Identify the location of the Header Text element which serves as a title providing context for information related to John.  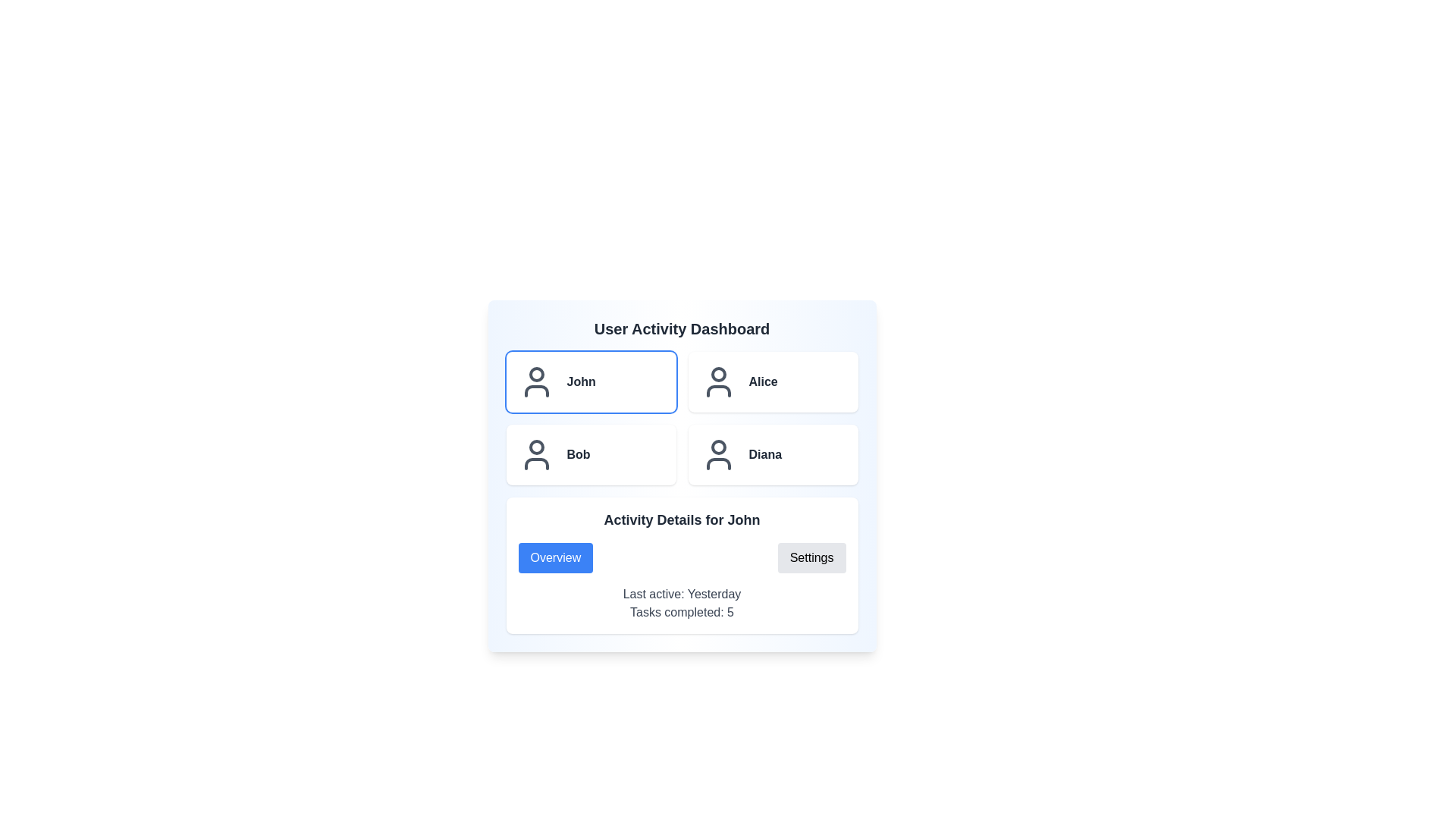
(681, 519).